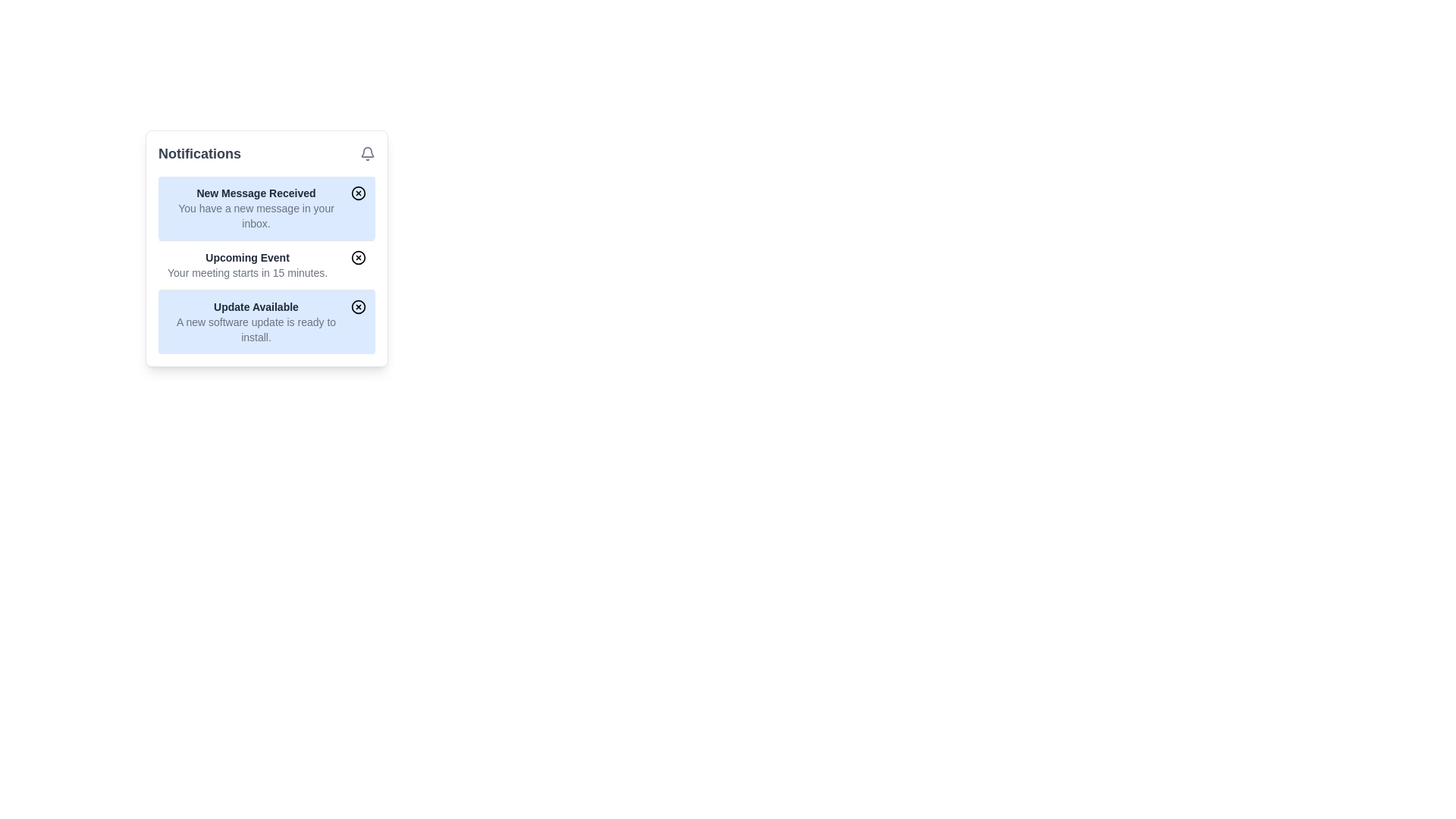  What do you see at coordinates (256, 321) in the screenshot?
I see `the 'Update Available' notification, which is the third notification in the list of notifications, displayed in a light blue rounded rectangular area containing two lines of text` at bounding box center [256, 321].